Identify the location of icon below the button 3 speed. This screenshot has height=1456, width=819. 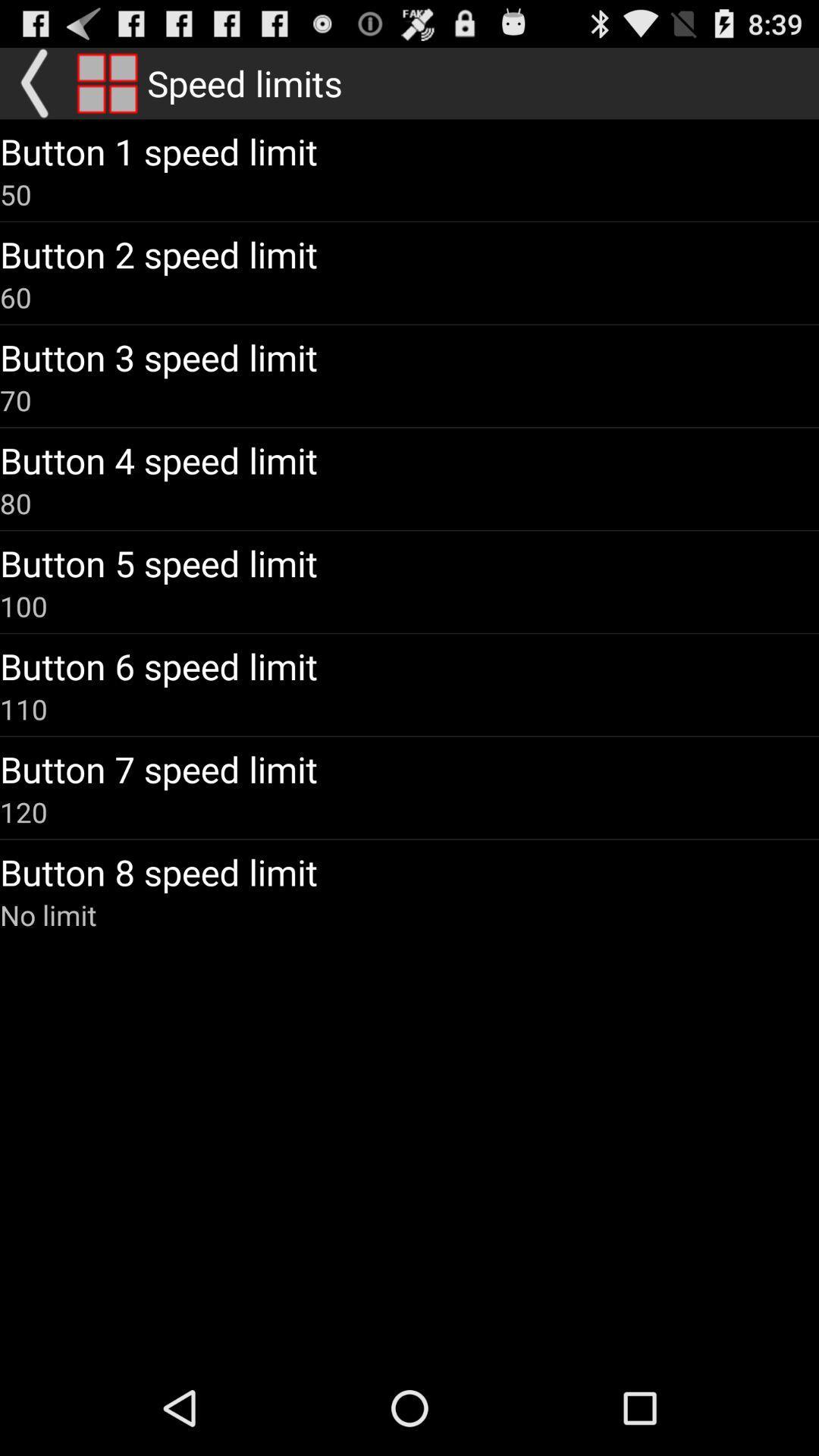
(15, 400).